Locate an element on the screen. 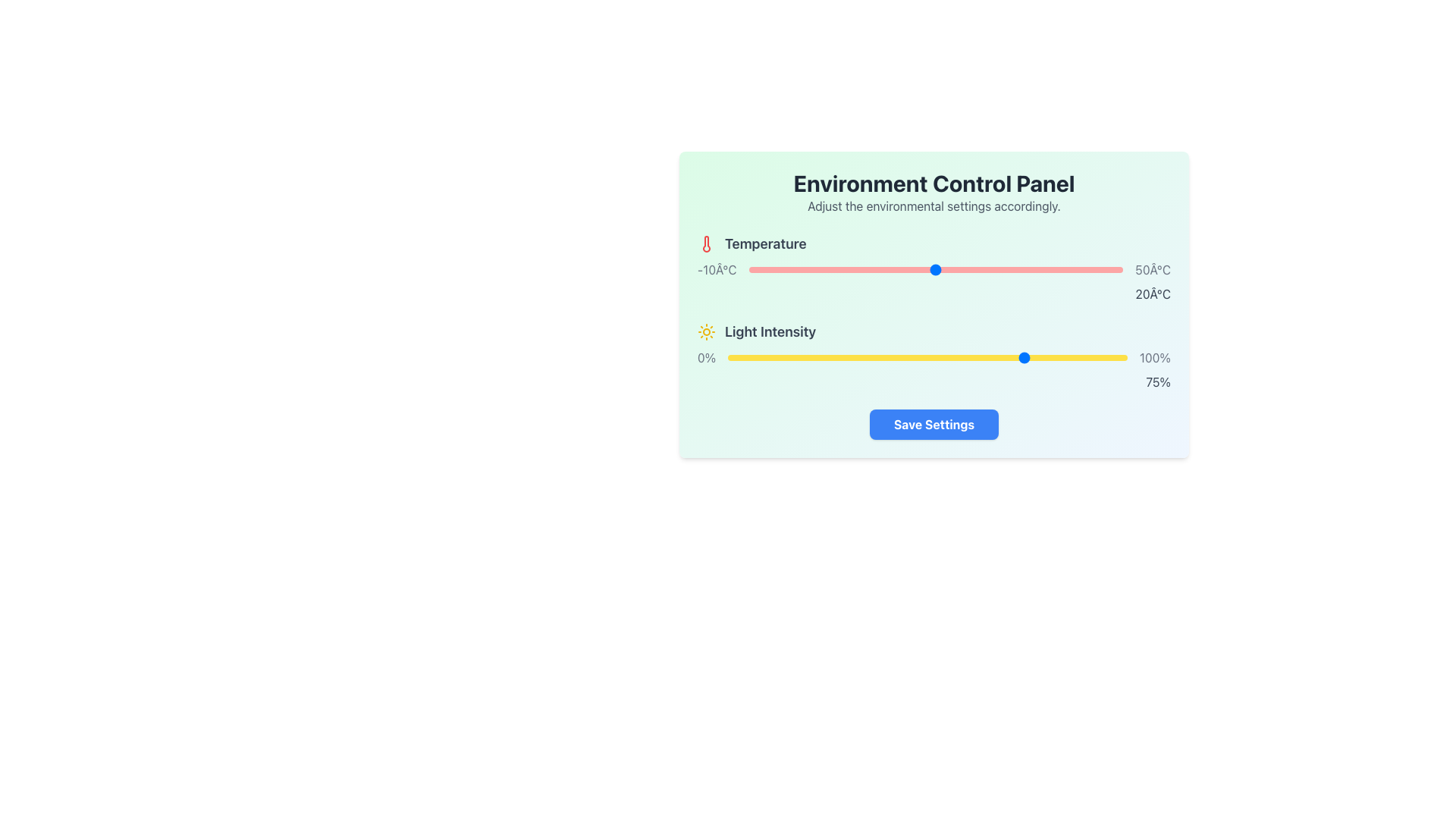 The width and height of the screenshot is (1456, 819). text content of the Text Label that serves as the title or header for the environmental controls section, located above the text 'Adjust the environmental settings accordingly.' is located at coordinates (934, 183).